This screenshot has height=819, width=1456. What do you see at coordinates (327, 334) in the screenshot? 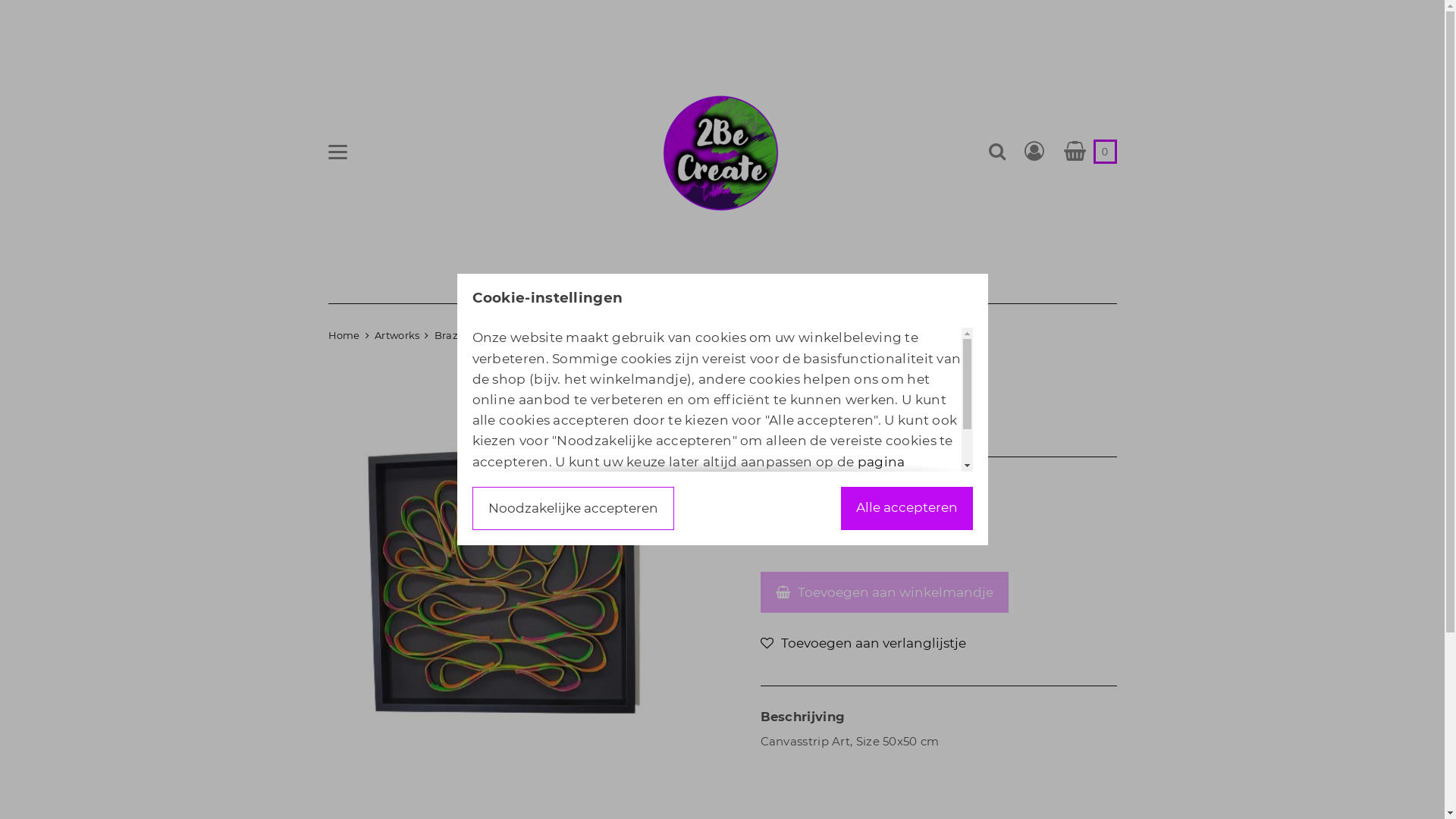
I see `'Home'` at bounding box center [327, 334].